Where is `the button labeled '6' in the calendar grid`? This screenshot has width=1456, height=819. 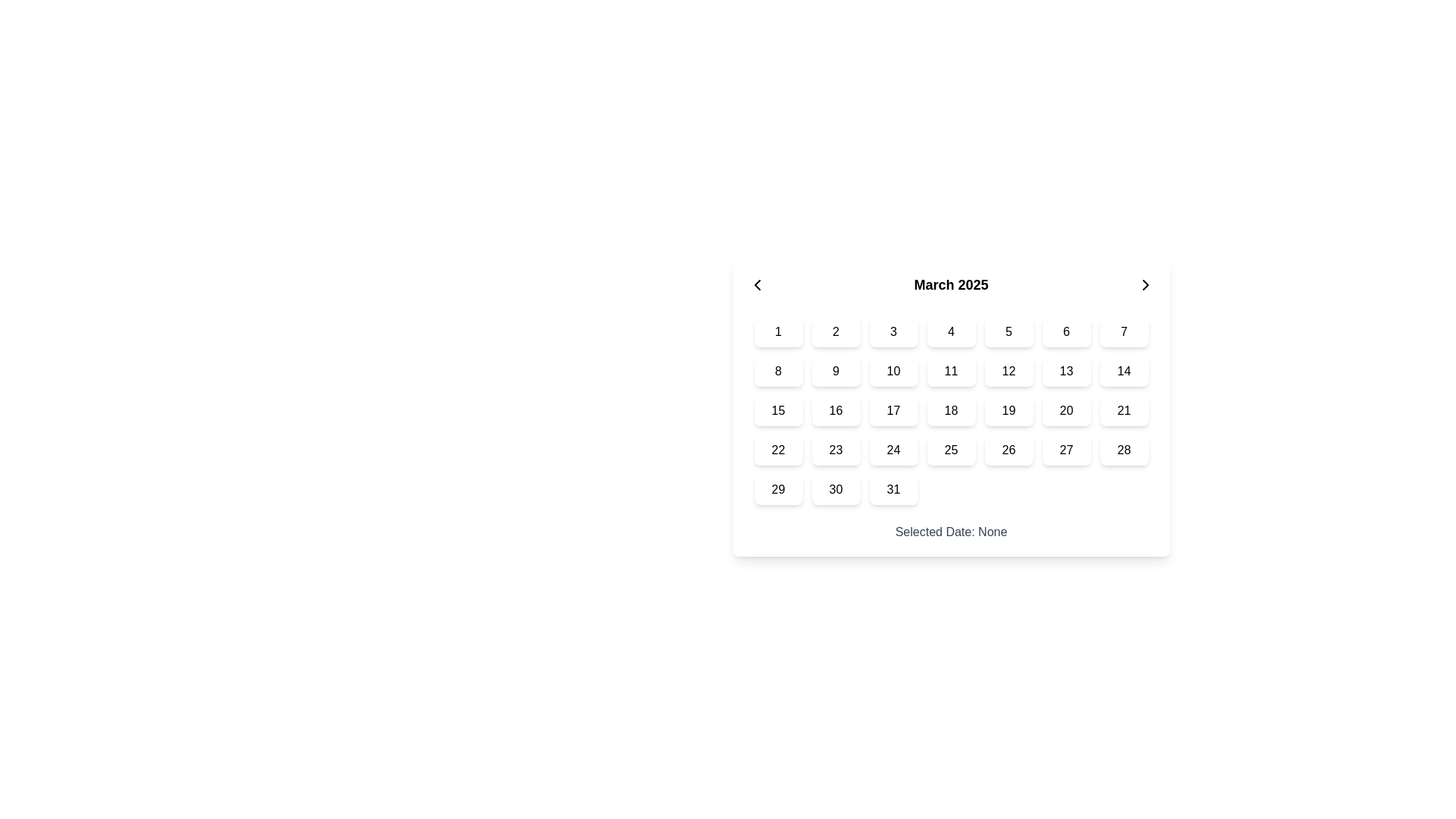
the button labeled '6' in the calendar grid is located at coordinates (1065, 331).